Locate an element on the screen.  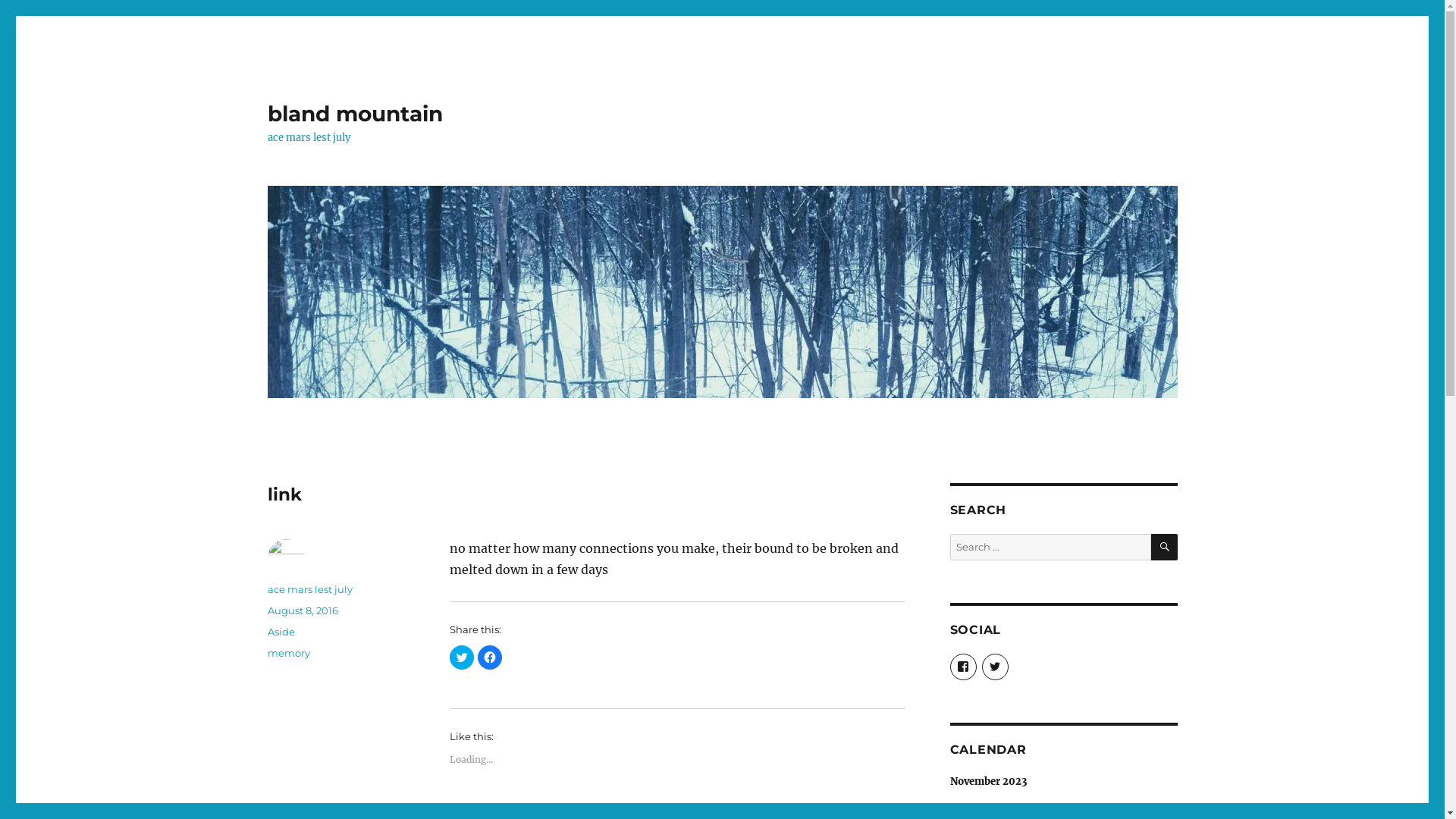
'Click to share on Twitter (Opens in new window)' is located at coordinates (460, 657).